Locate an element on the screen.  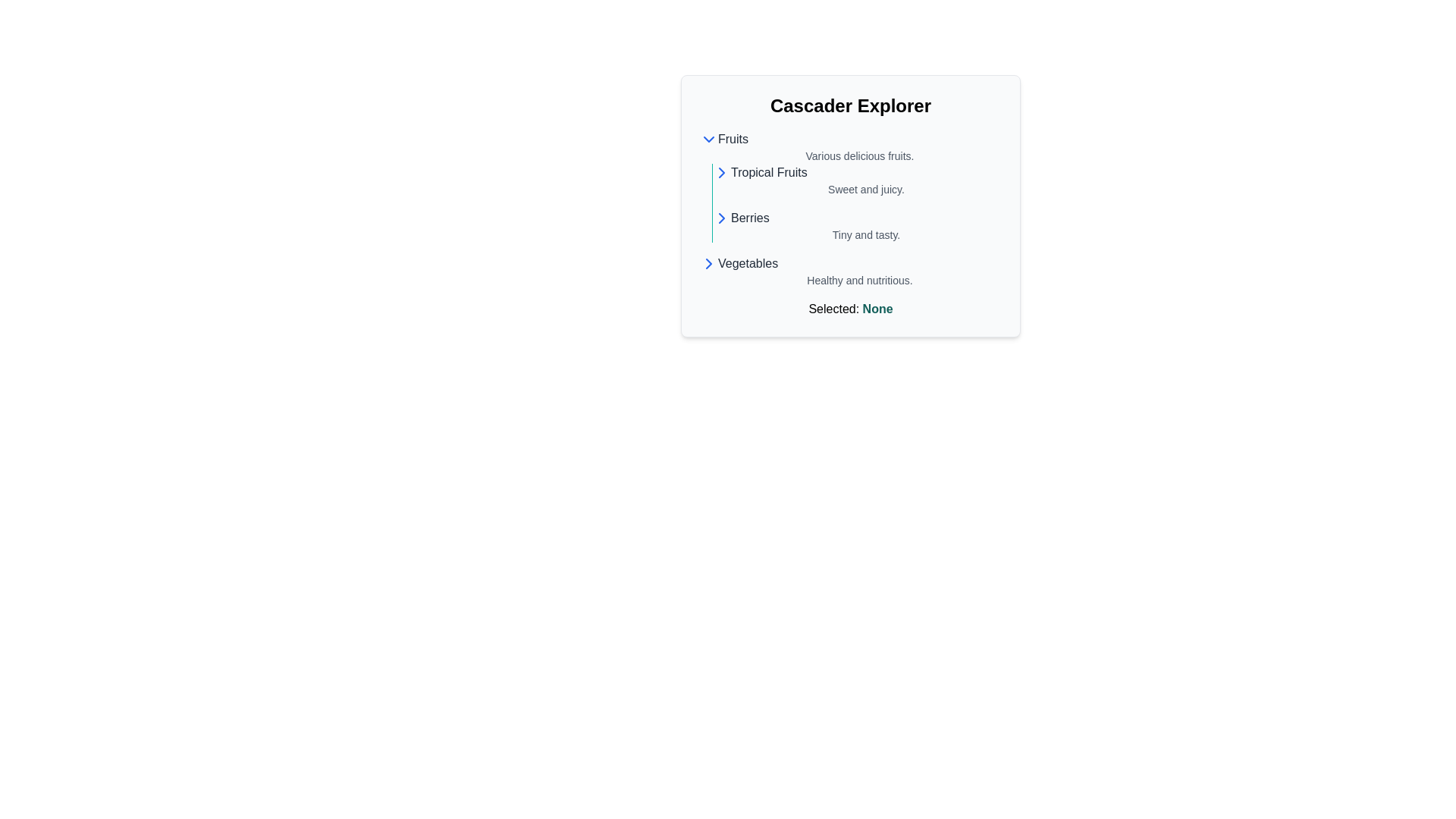
the 'Tropical Fruits' label is located at coordinates (768, 171).